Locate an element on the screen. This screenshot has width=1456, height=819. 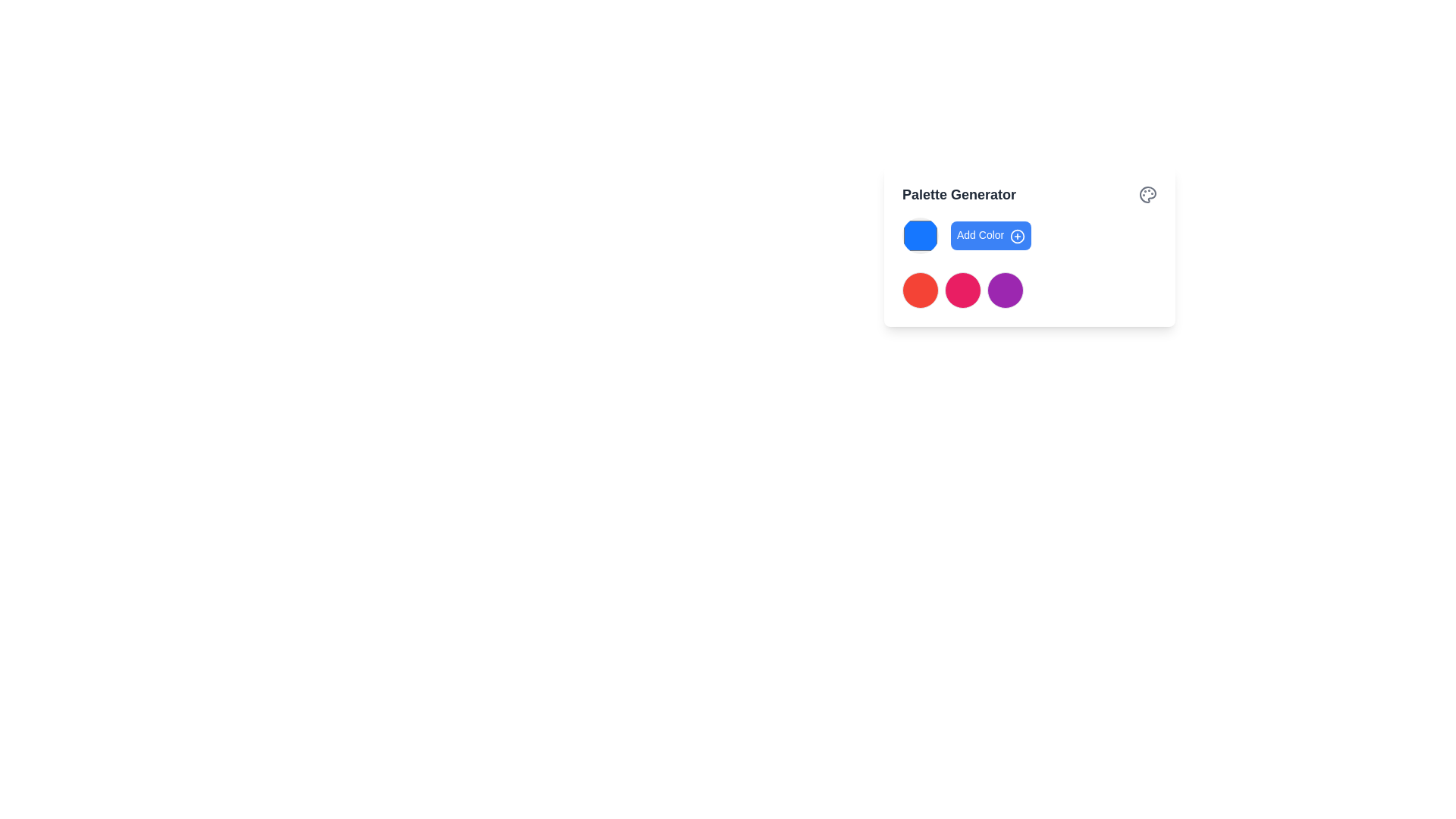
the circular unfilled icon with a gray outline that resembles a palette, located in the top-right corner of the 'Palette Generator' card interface is located at coordinates (1147, 194).